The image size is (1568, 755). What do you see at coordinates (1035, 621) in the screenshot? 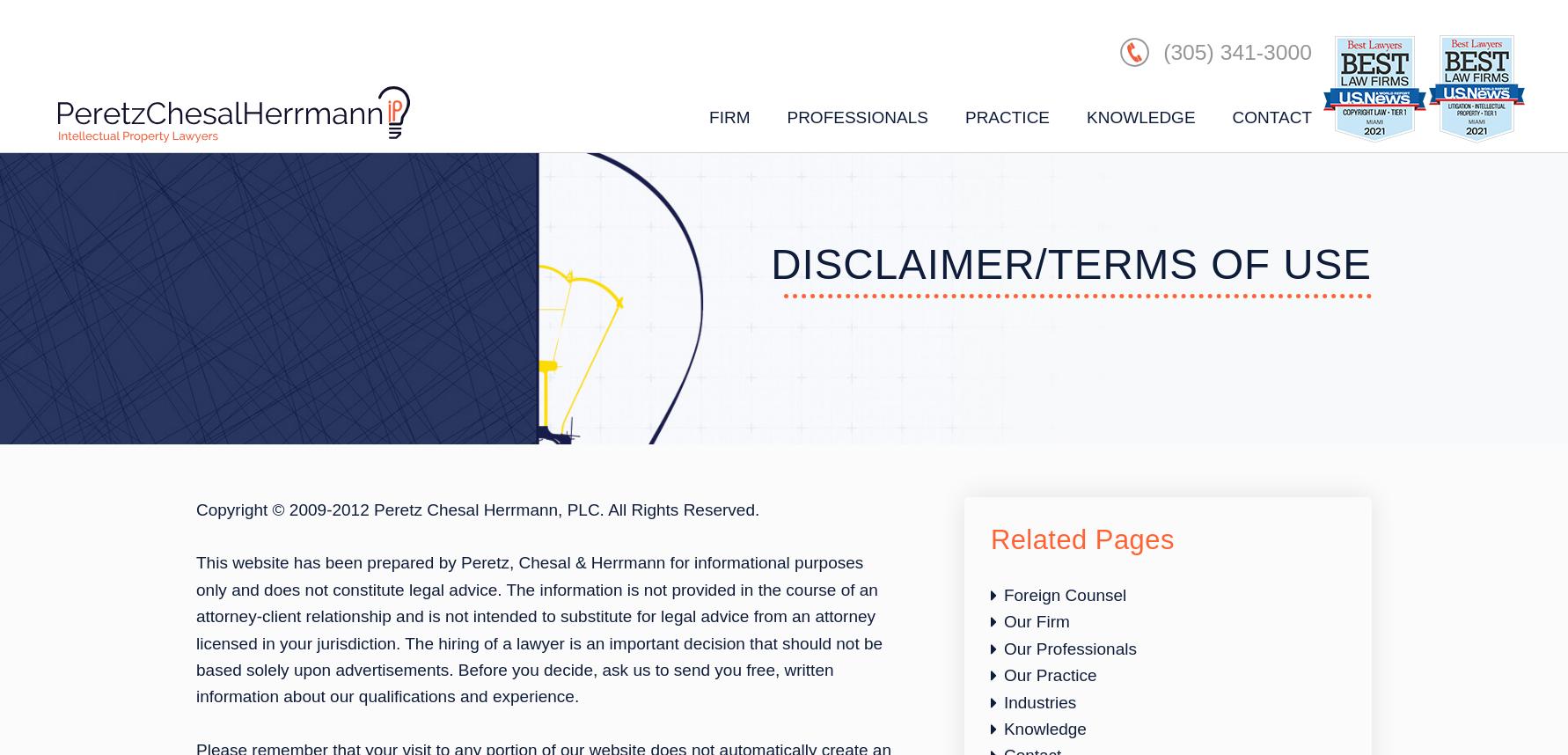
I see `'Our Firm'` at bounding box center [1035, 621].